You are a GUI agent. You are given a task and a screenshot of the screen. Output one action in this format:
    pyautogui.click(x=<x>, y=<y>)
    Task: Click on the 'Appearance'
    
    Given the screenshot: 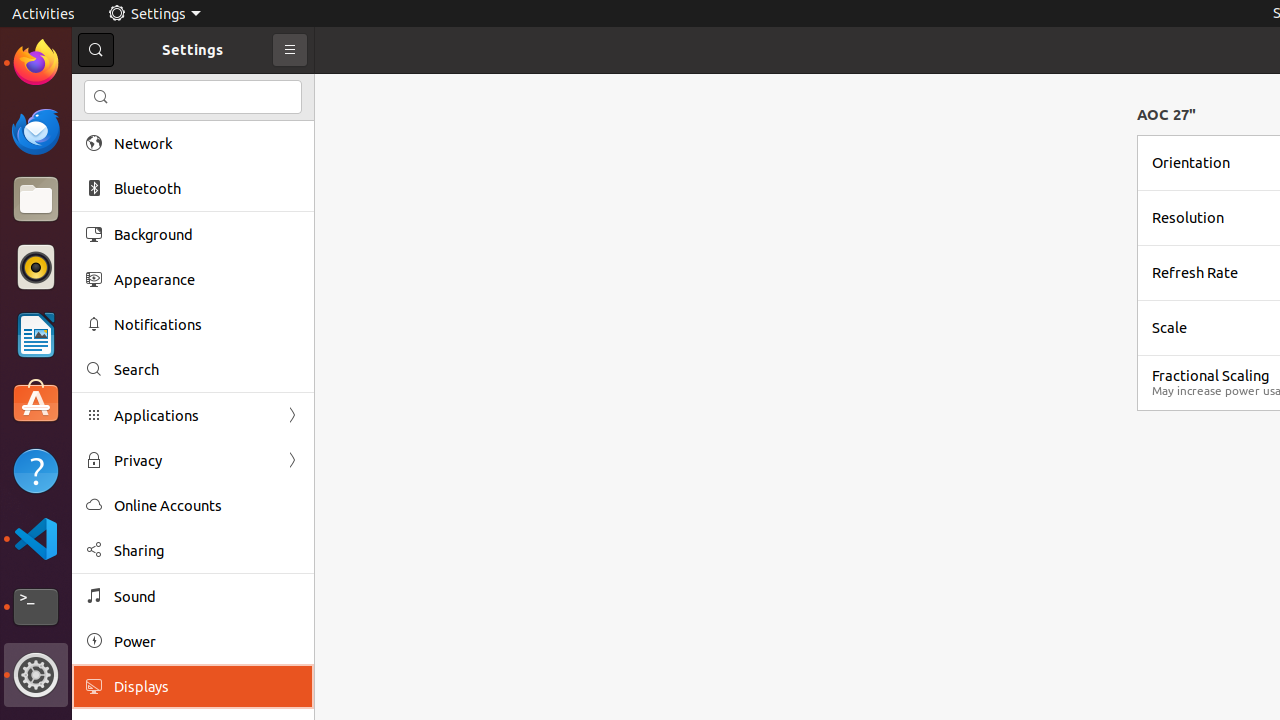 What is the action you would take?
    pyautogui.click(x=206, y=279)
    